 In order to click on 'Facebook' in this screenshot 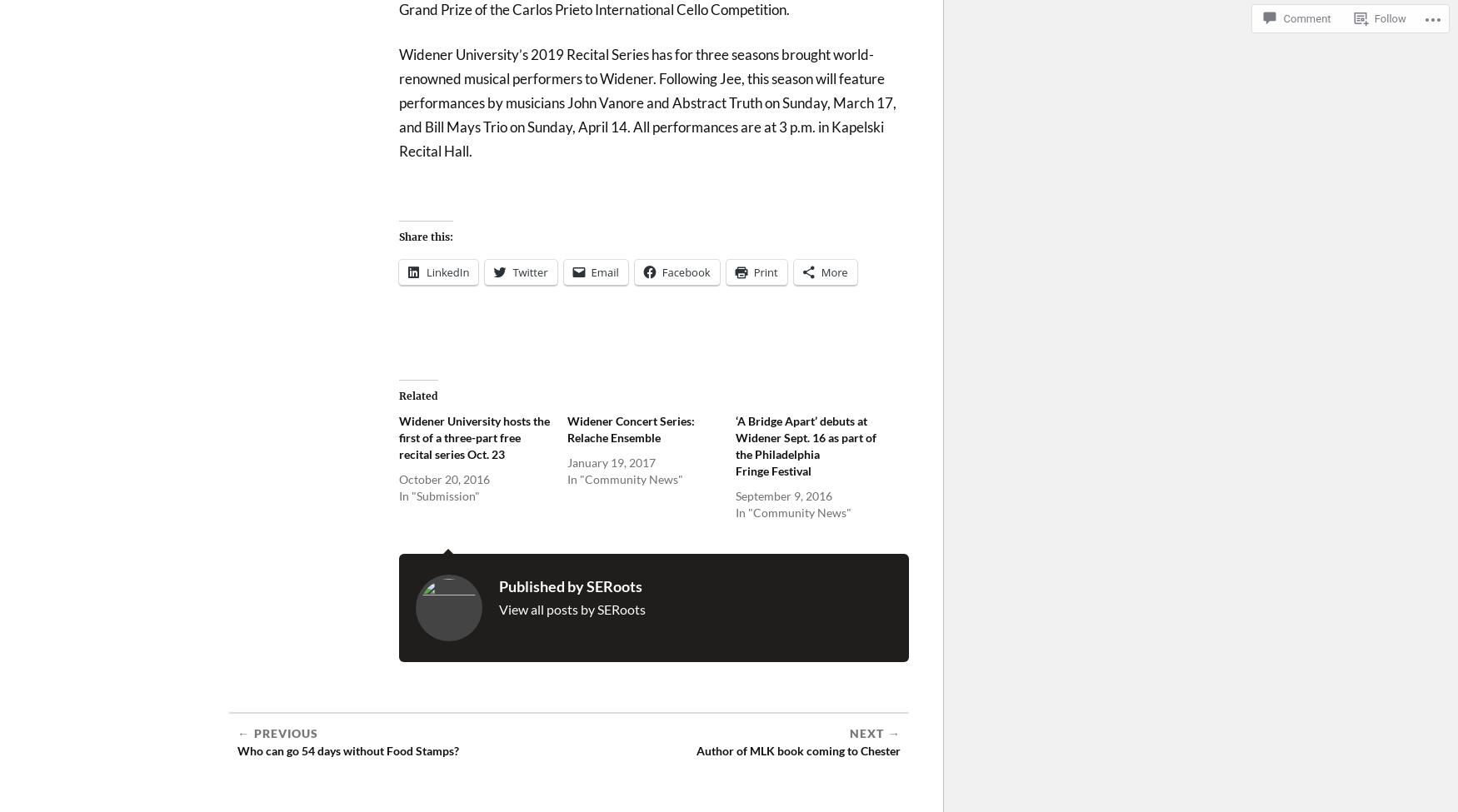, I will do `click(686, 271)`.